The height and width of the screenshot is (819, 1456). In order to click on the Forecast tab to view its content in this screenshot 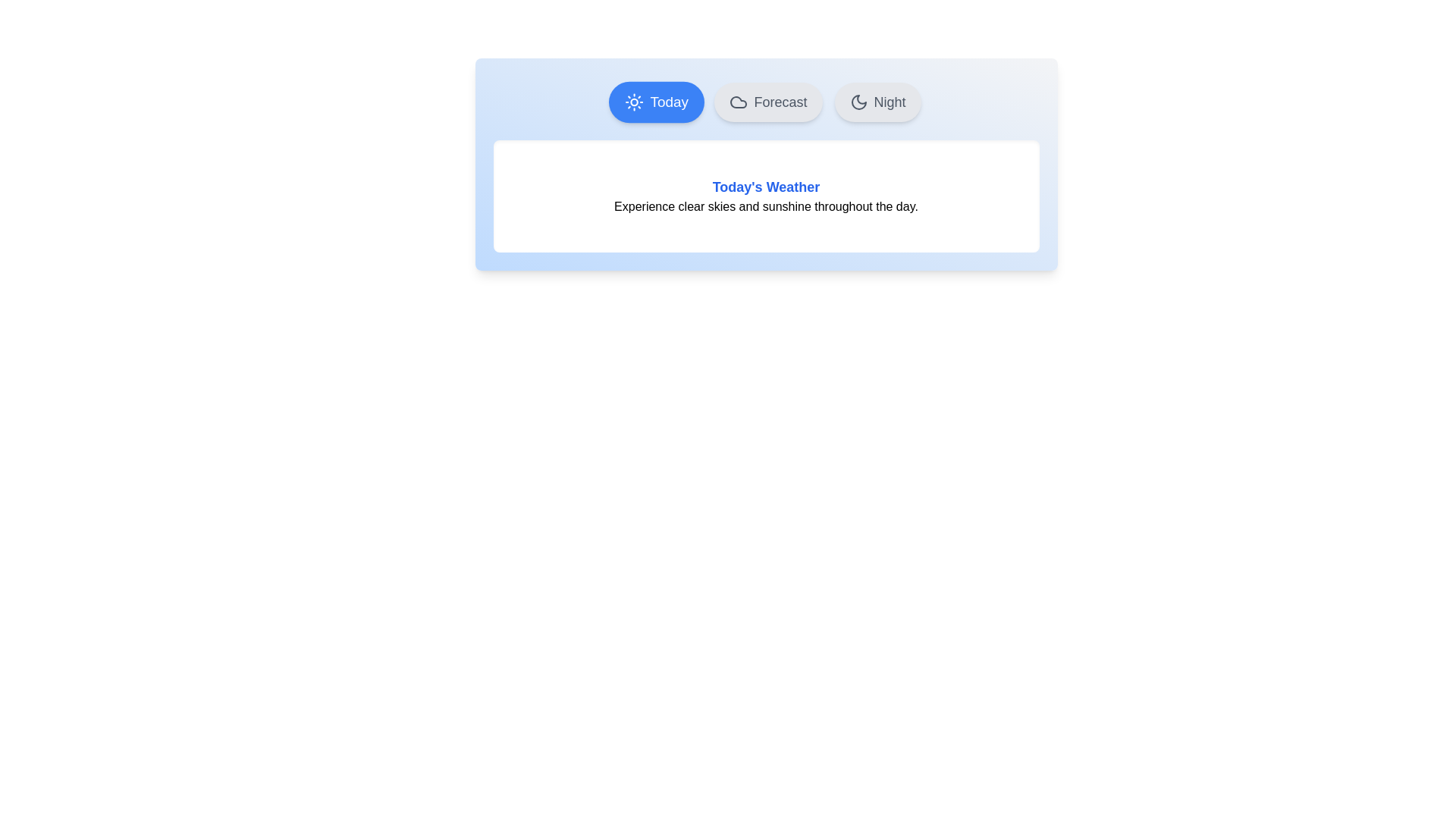, I will do `click(767, 102)`.